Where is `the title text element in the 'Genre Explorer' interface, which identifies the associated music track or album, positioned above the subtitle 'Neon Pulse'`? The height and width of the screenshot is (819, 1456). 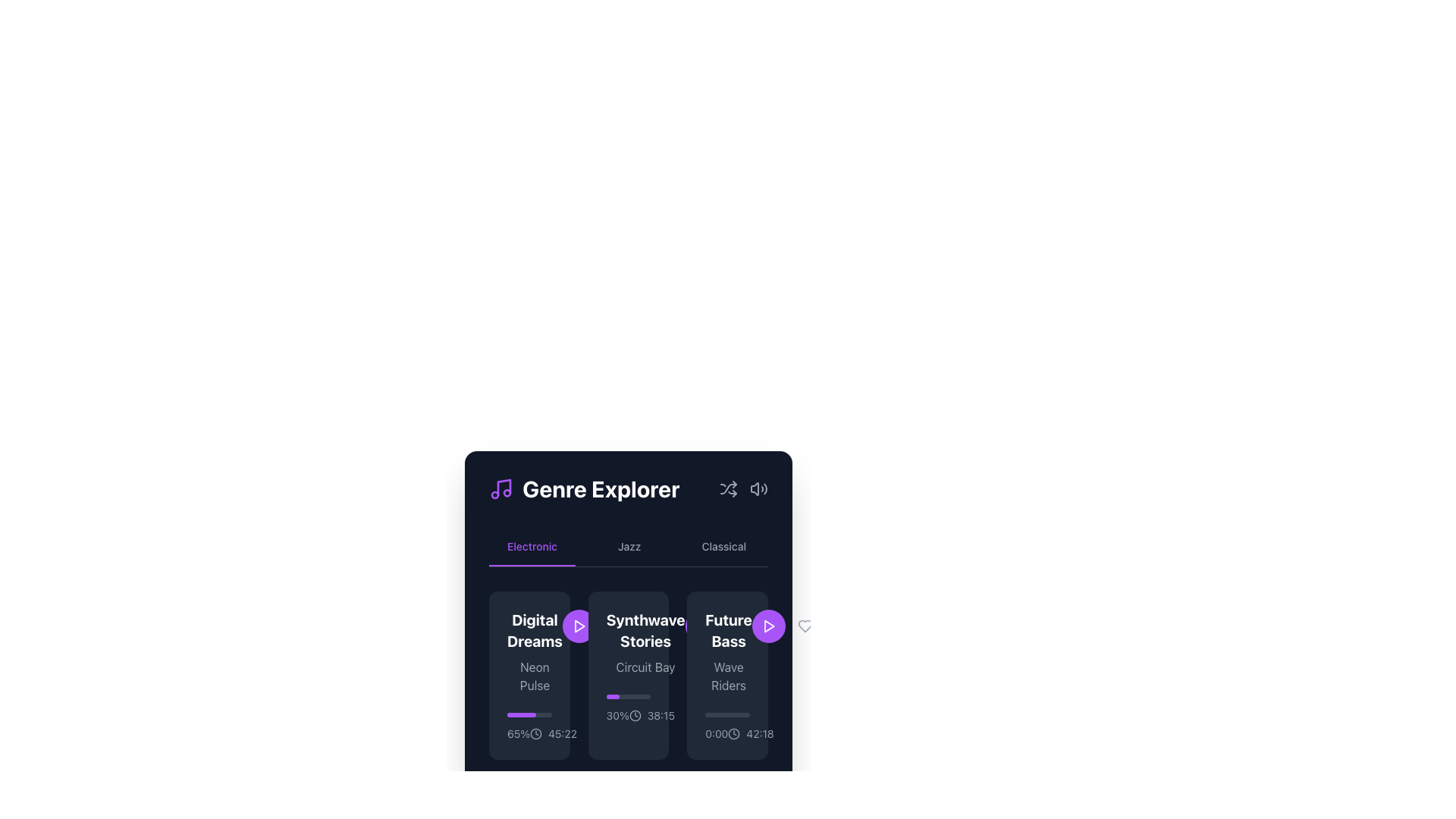 the title text element in the 'Genre Explorer' interface, which identifies the associated music track or album, positioned above the subtitle 'Neon Pulse' is located at coordinates (535, 631).